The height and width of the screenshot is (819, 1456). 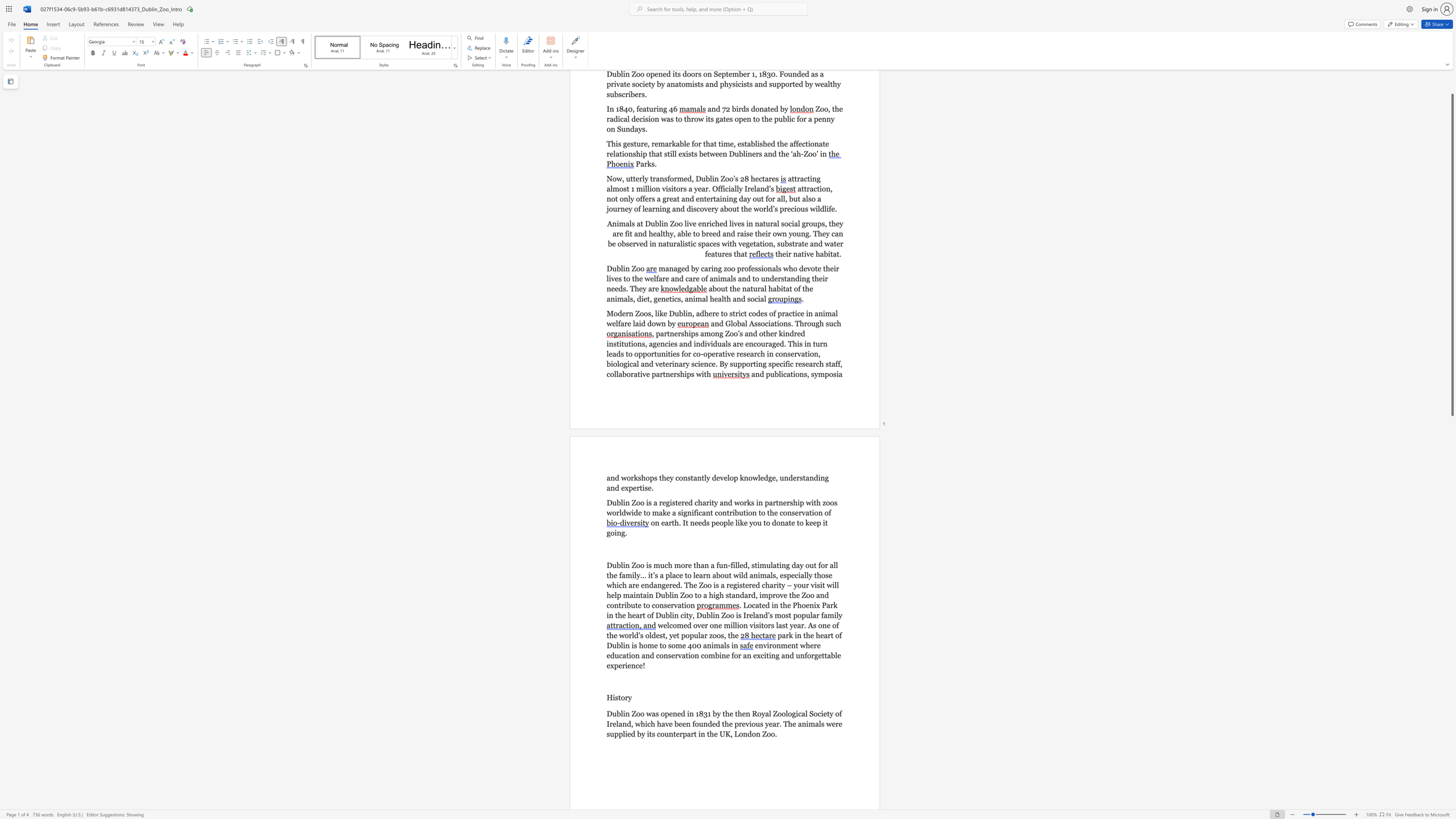 I want to click on the subset text "tion" within the text "Dublin Zoo to a high standard, improve the Zoo and contribute to conservation", so click(x=681, y=605).